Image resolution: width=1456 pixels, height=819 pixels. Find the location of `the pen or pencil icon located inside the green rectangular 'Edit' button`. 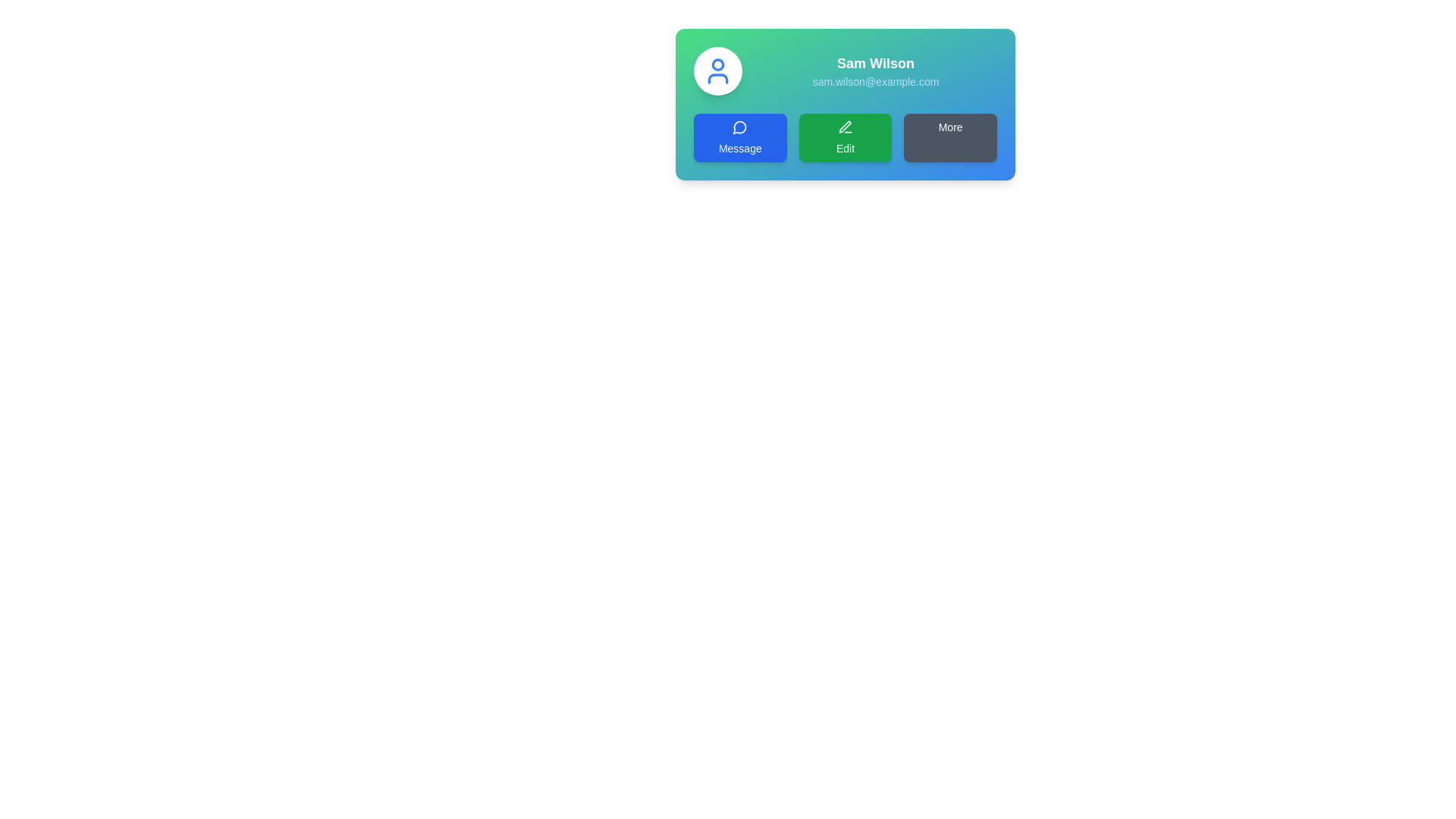

the pen or pencil icon located inside the green rectangular 'Edit' button is located at coordinates (844, 126).